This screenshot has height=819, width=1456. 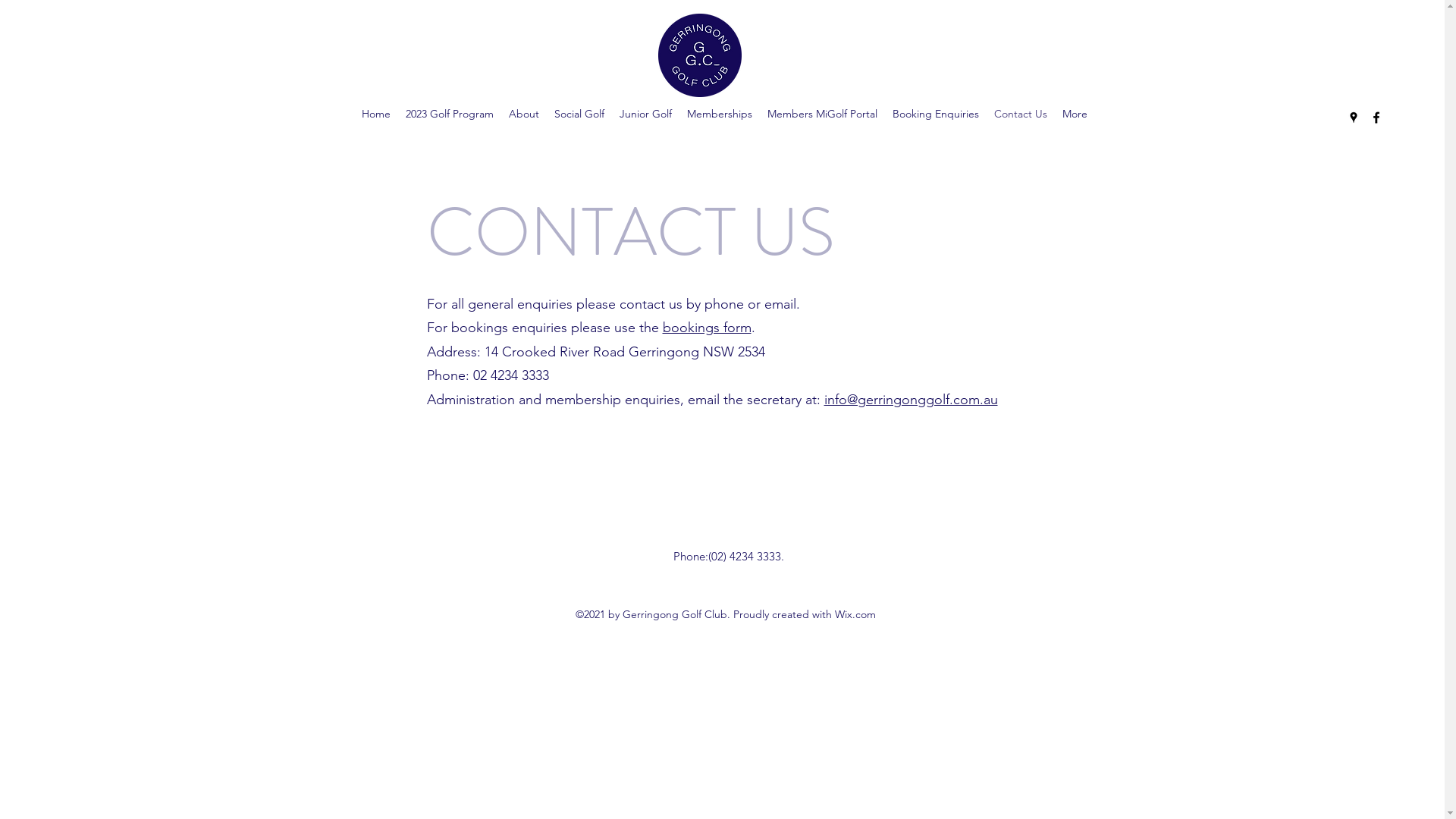 What do you see at coordinates (910, 399) in the screenshot?
I see `'info@gerringonggolf.com.au'` at bounding box center [910, 399].